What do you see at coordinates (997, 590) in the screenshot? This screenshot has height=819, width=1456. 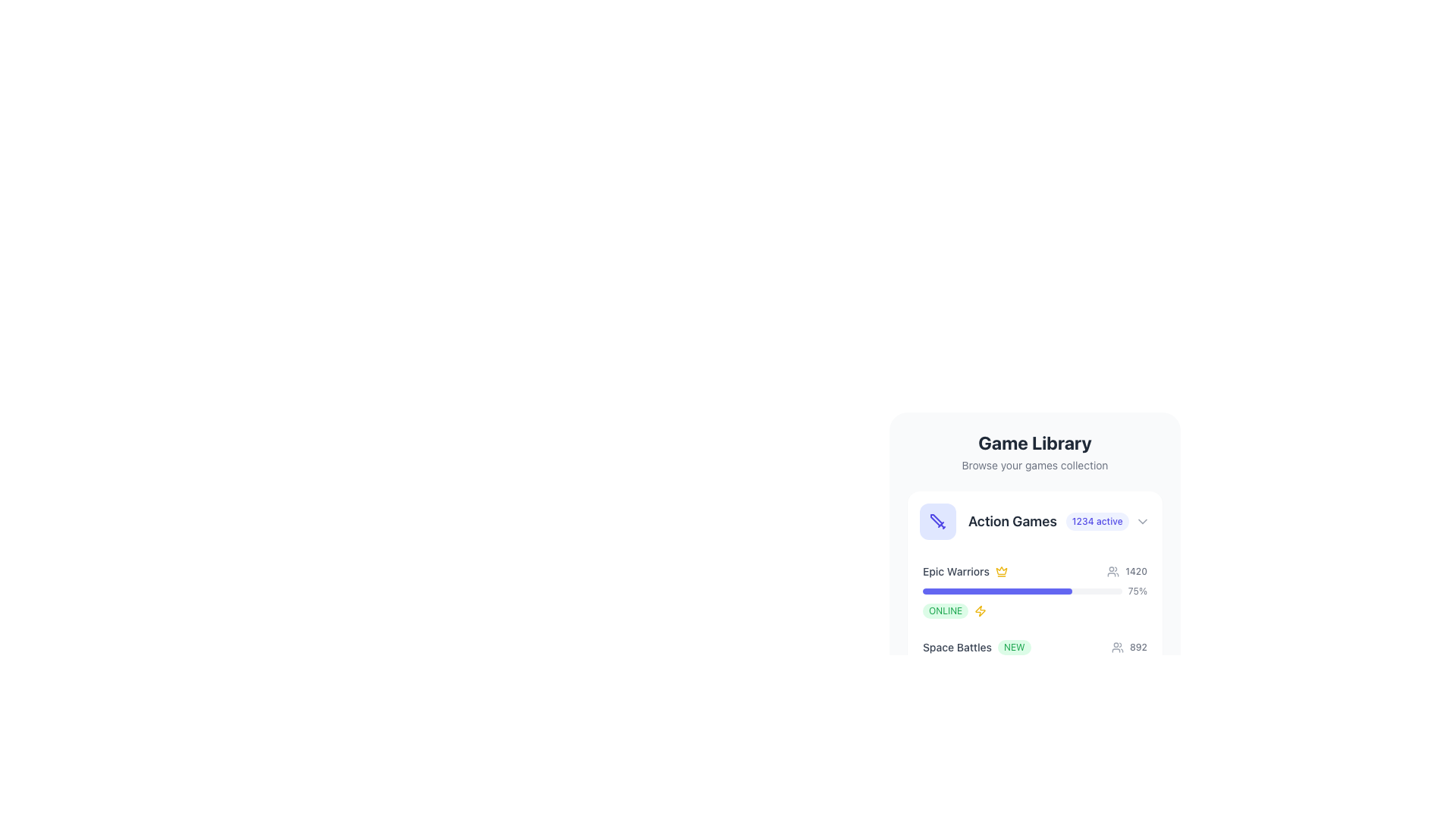 I see `the Progress bar that visually represents a 75% completion metric, located below the 'Epic Warriors' text and aligned with the '75%' numerical indicator` at bounding box center [997, 590].